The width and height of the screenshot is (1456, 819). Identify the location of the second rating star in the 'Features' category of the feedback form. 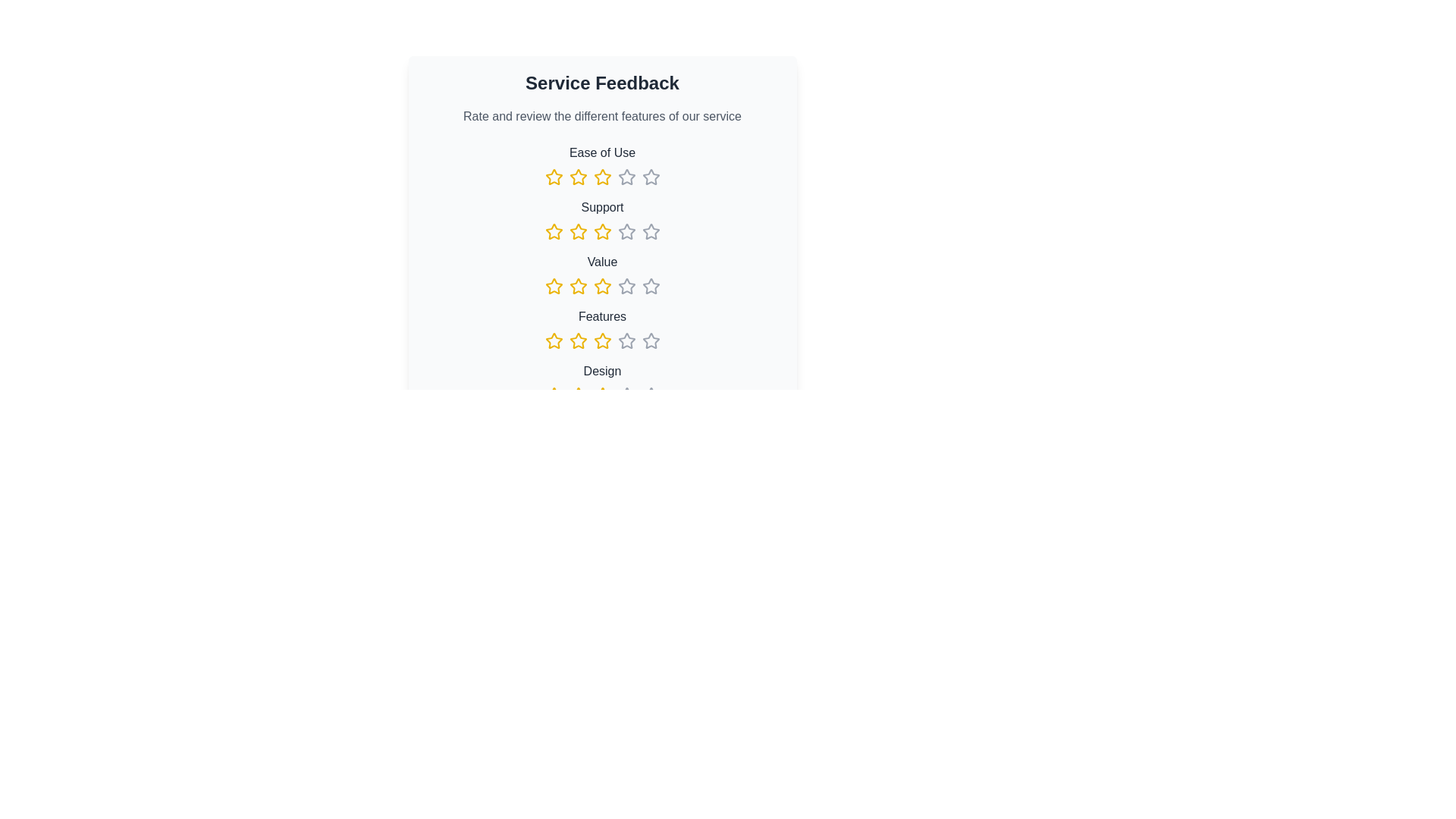
(577, 340).